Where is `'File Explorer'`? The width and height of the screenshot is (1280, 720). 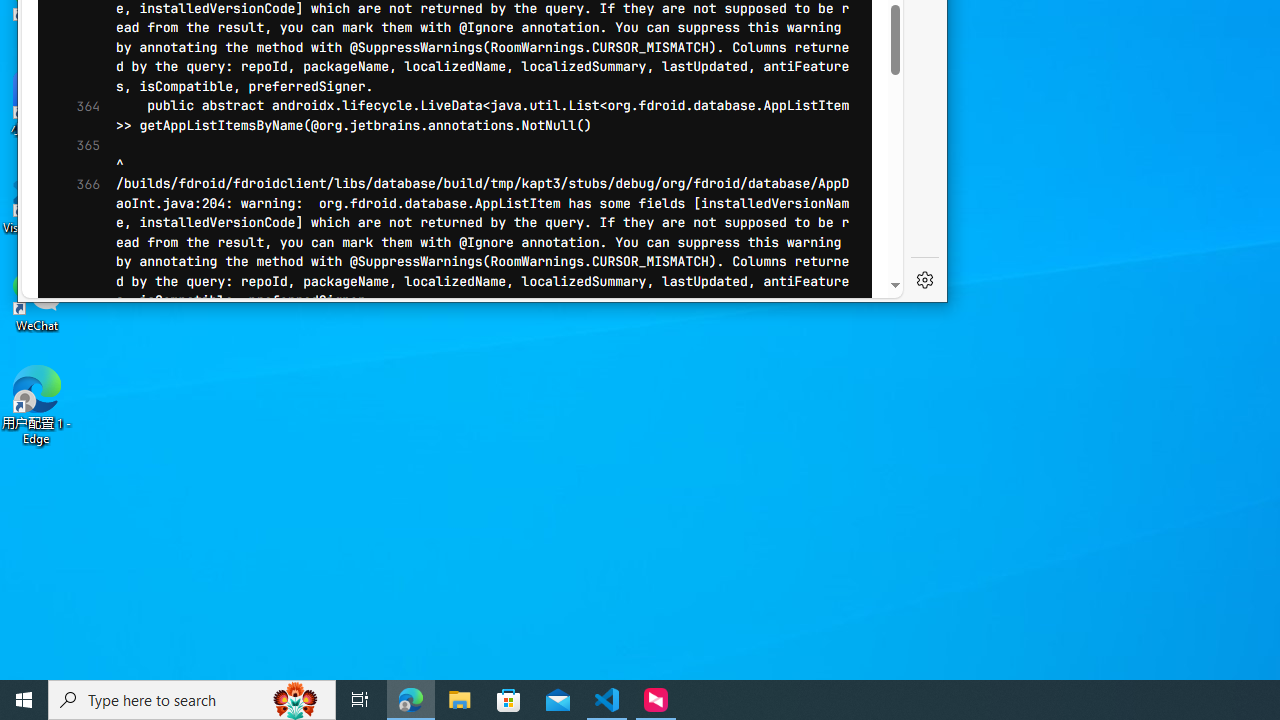
'File Explorer' is located at coordinates (459, 698).